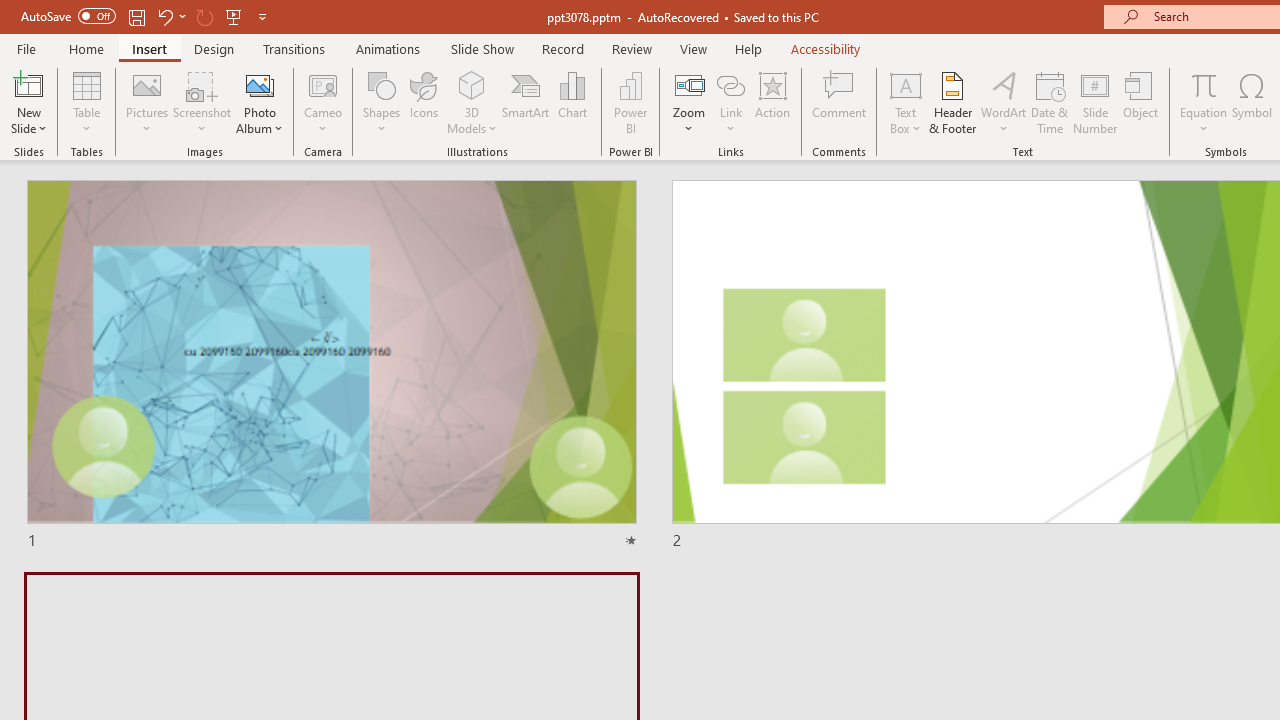 This screenshot has width=1280, height=720. What do you see at coordinates (323, 84) in the screenshot?
I see `'Cameo'` at bounding box center [323, 84].